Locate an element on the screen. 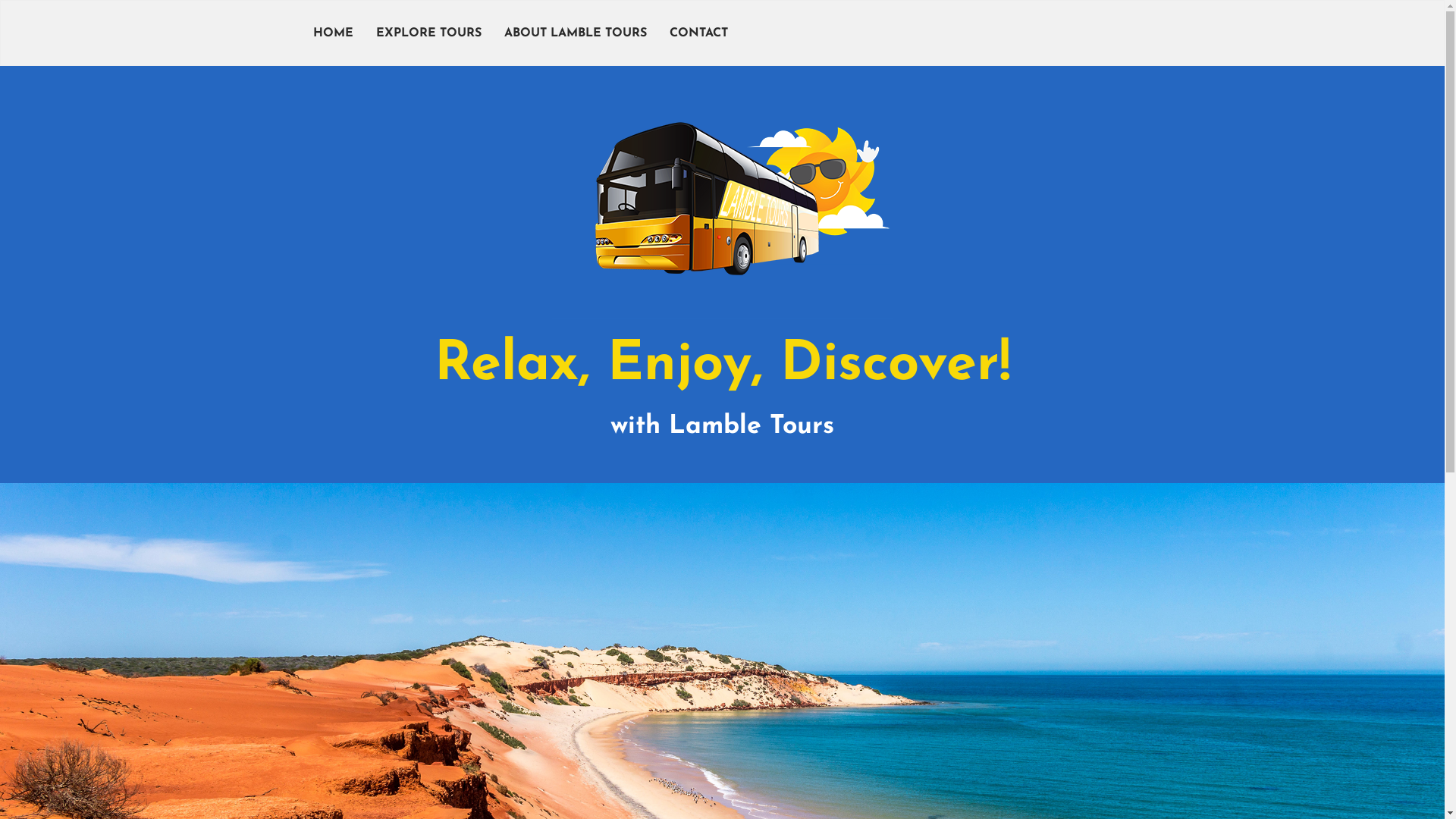  'ABOUT LAMBLE TOURS' is located at coordinates (492, 33).